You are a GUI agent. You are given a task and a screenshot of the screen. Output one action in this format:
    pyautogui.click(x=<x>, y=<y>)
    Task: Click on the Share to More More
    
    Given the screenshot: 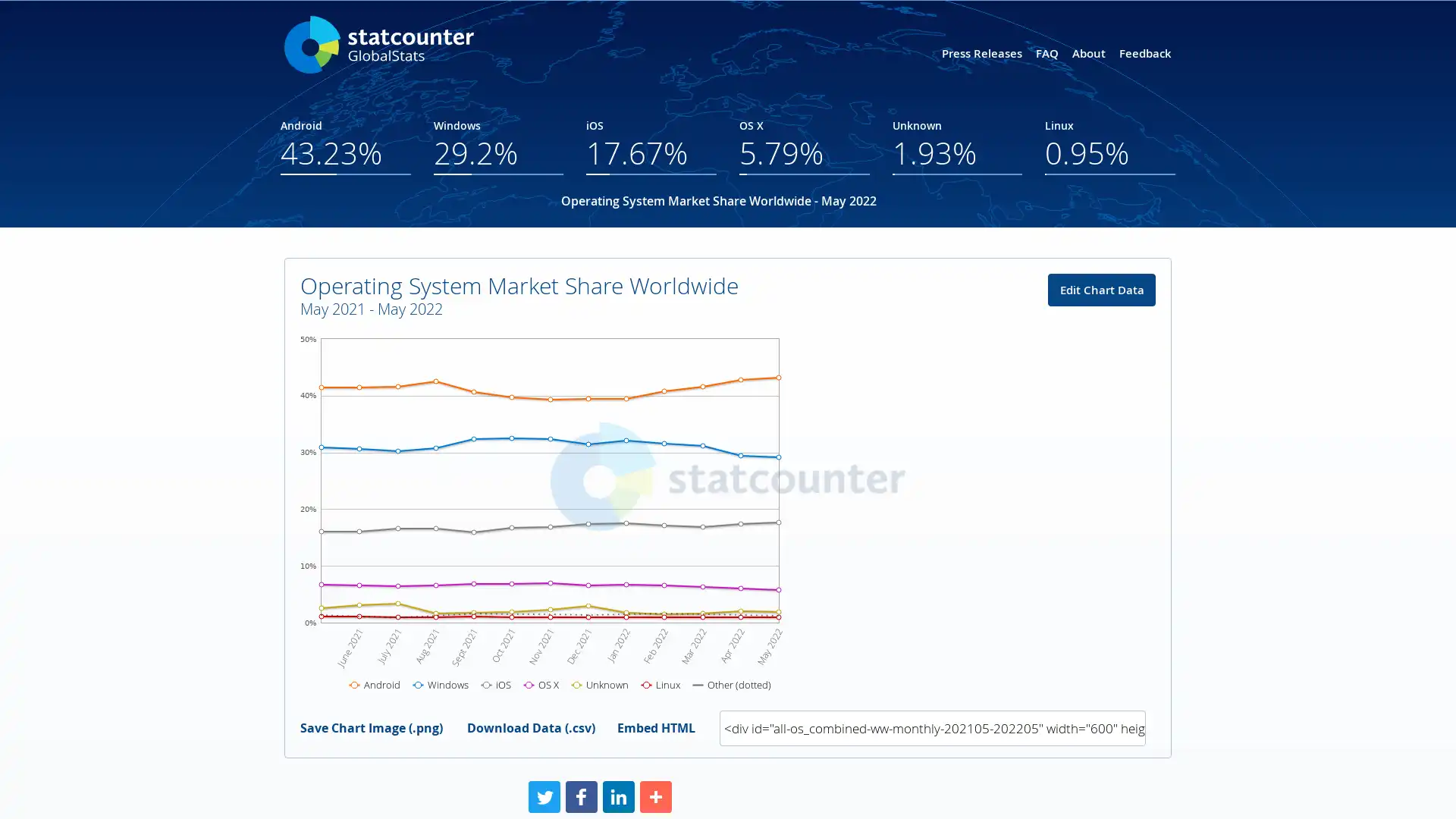 What is the action you would take?
    pyautogui.click(x=814, y=795)
    